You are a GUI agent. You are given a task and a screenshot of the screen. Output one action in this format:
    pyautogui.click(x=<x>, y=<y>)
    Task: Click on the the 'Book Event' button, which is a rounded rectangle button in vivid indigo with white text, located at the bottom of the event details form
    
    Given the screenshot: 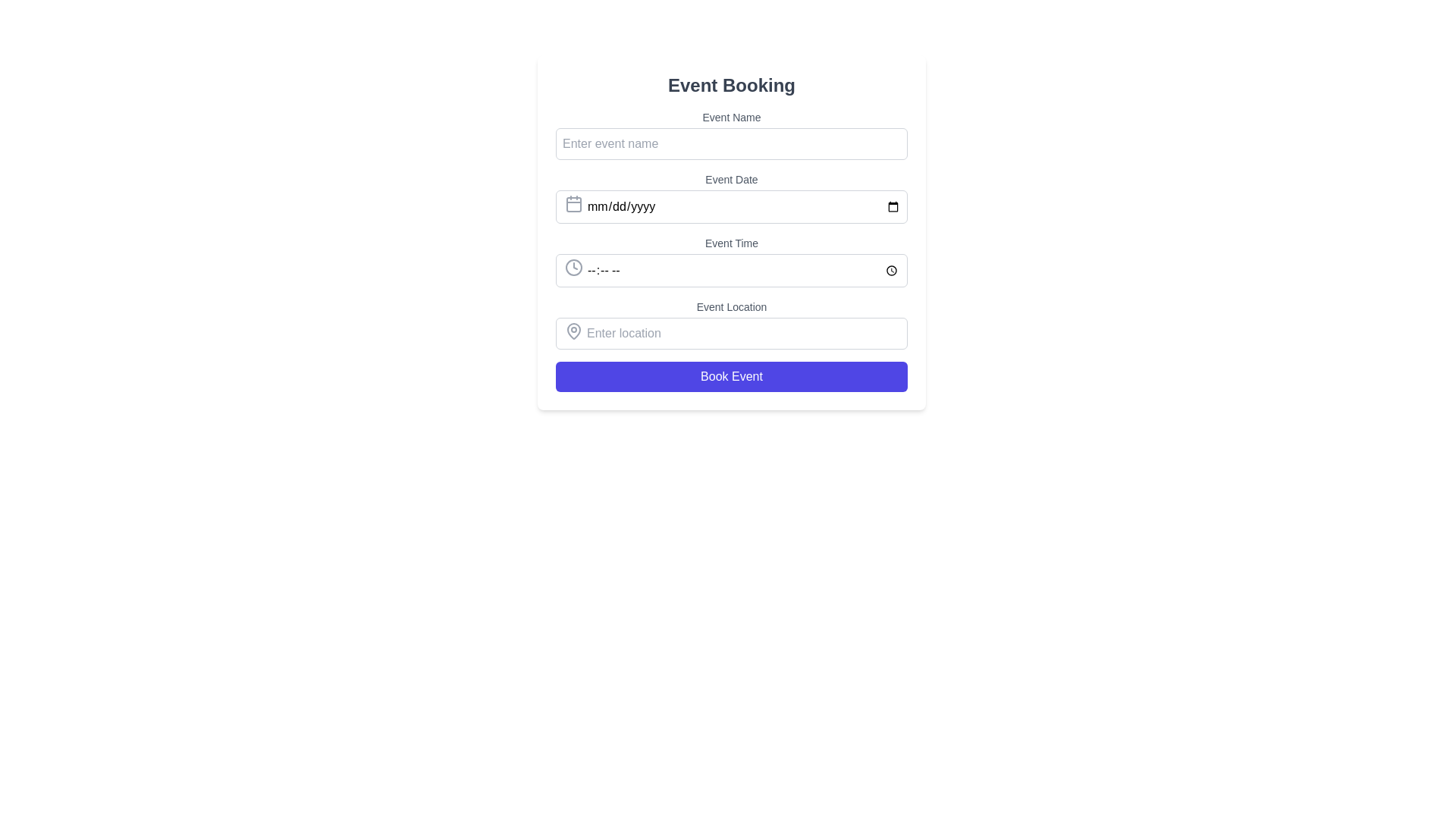 What is the action you would take?
    pyautogui.click(x=731, y=376)
    